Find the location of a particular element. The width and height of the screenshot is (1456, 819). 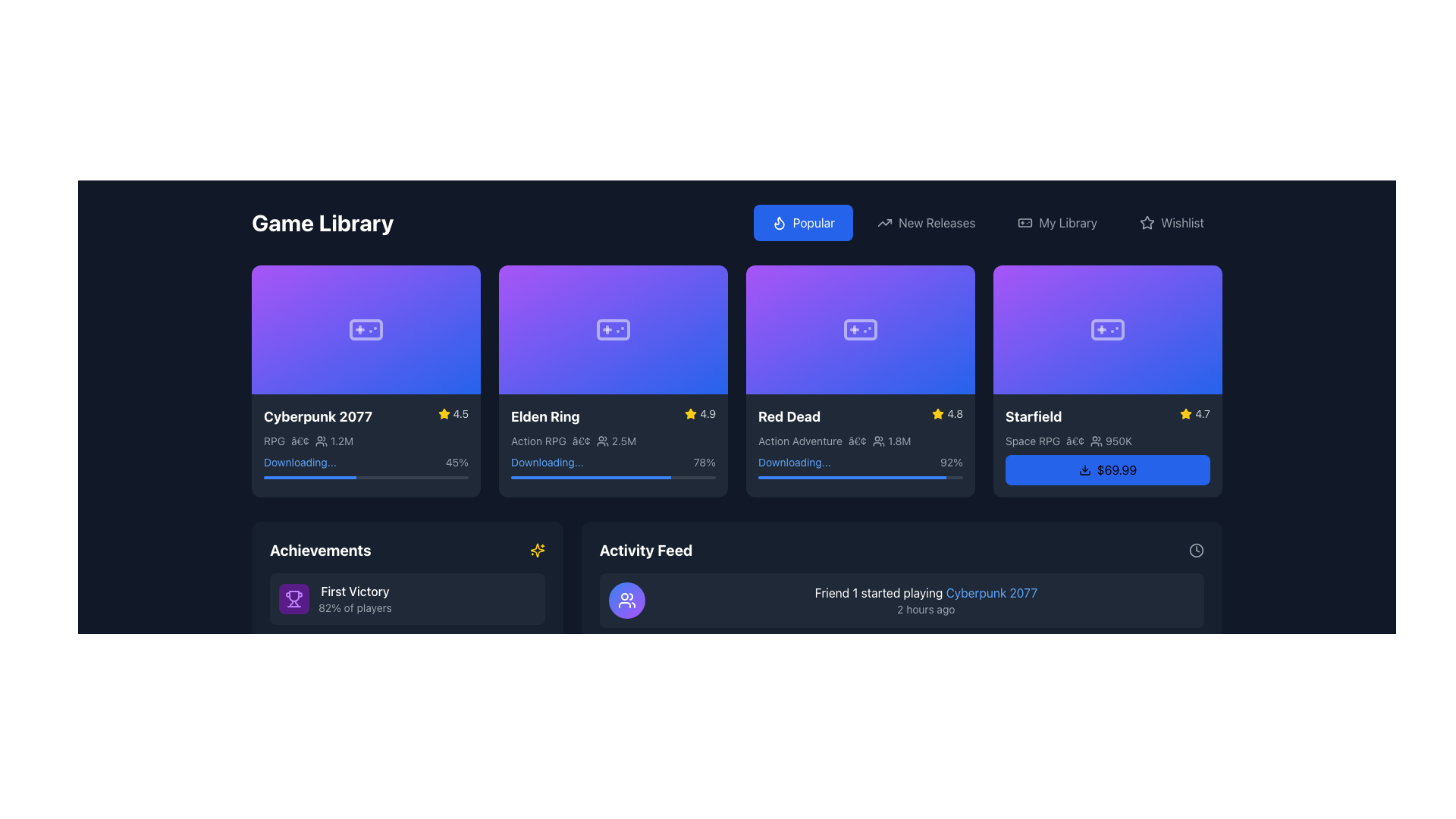

the visual indicator element that combines a yellow star icon and the gray '4.7' rating text, located in the top-right corner of the 'Starfield' card in the 'Game Library' section is located at coordinates (1194, 413).